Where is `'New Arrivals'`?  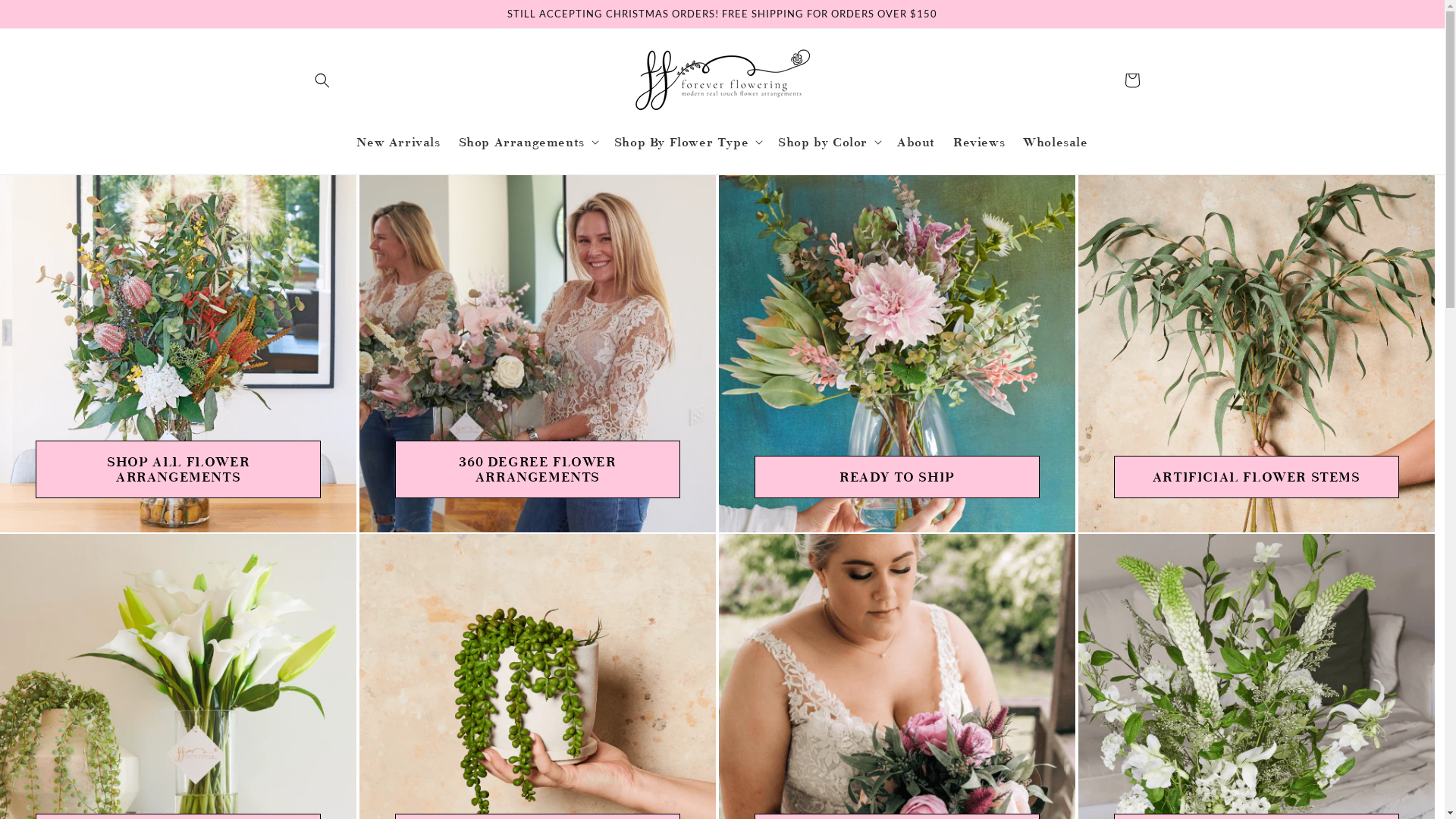 'New Arrivals' is located at coordinates (397, 141).